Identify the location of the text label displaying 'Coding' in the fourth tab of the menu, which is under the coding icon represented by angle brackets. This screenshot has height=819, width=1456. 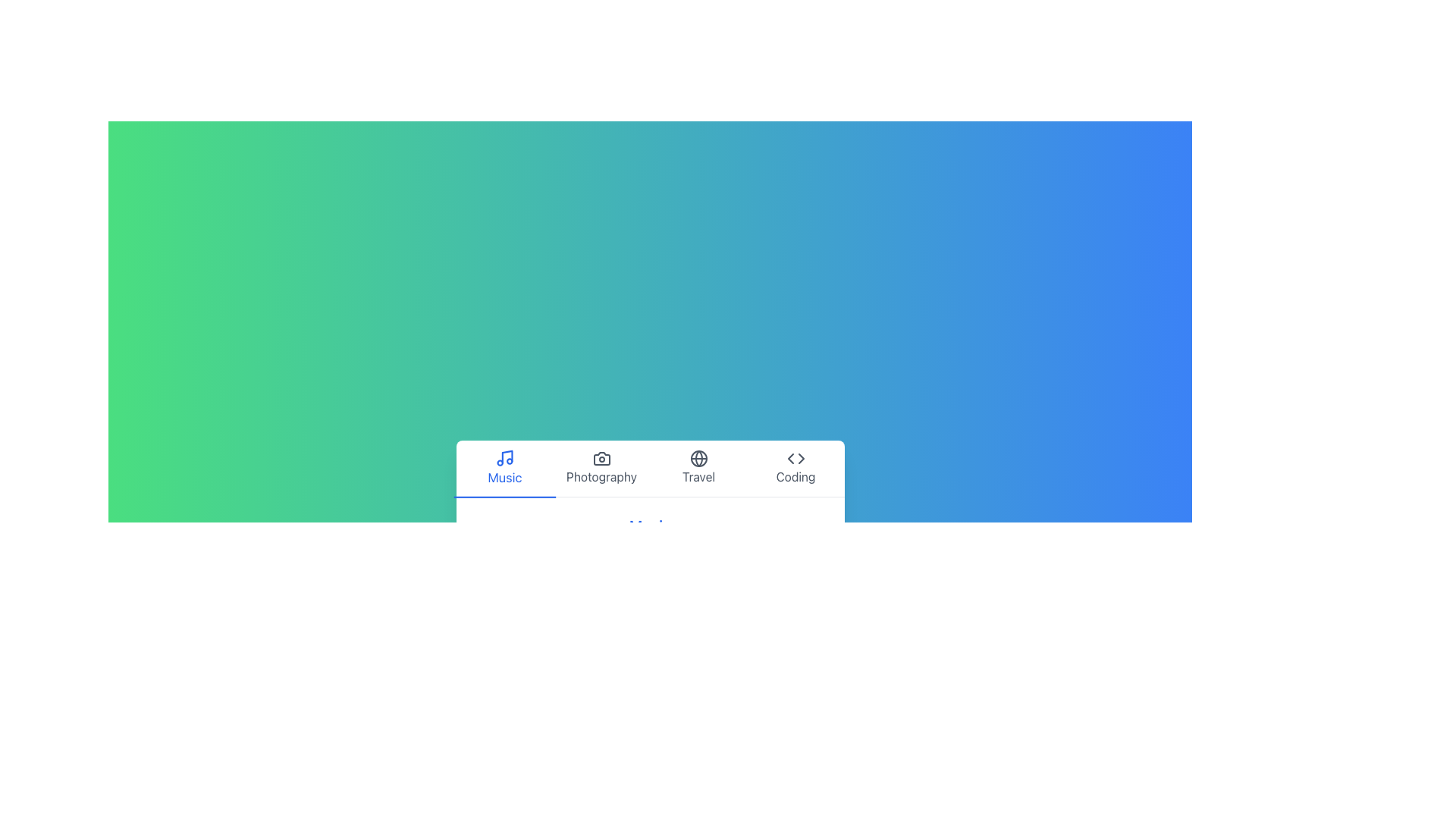
(795, 475).